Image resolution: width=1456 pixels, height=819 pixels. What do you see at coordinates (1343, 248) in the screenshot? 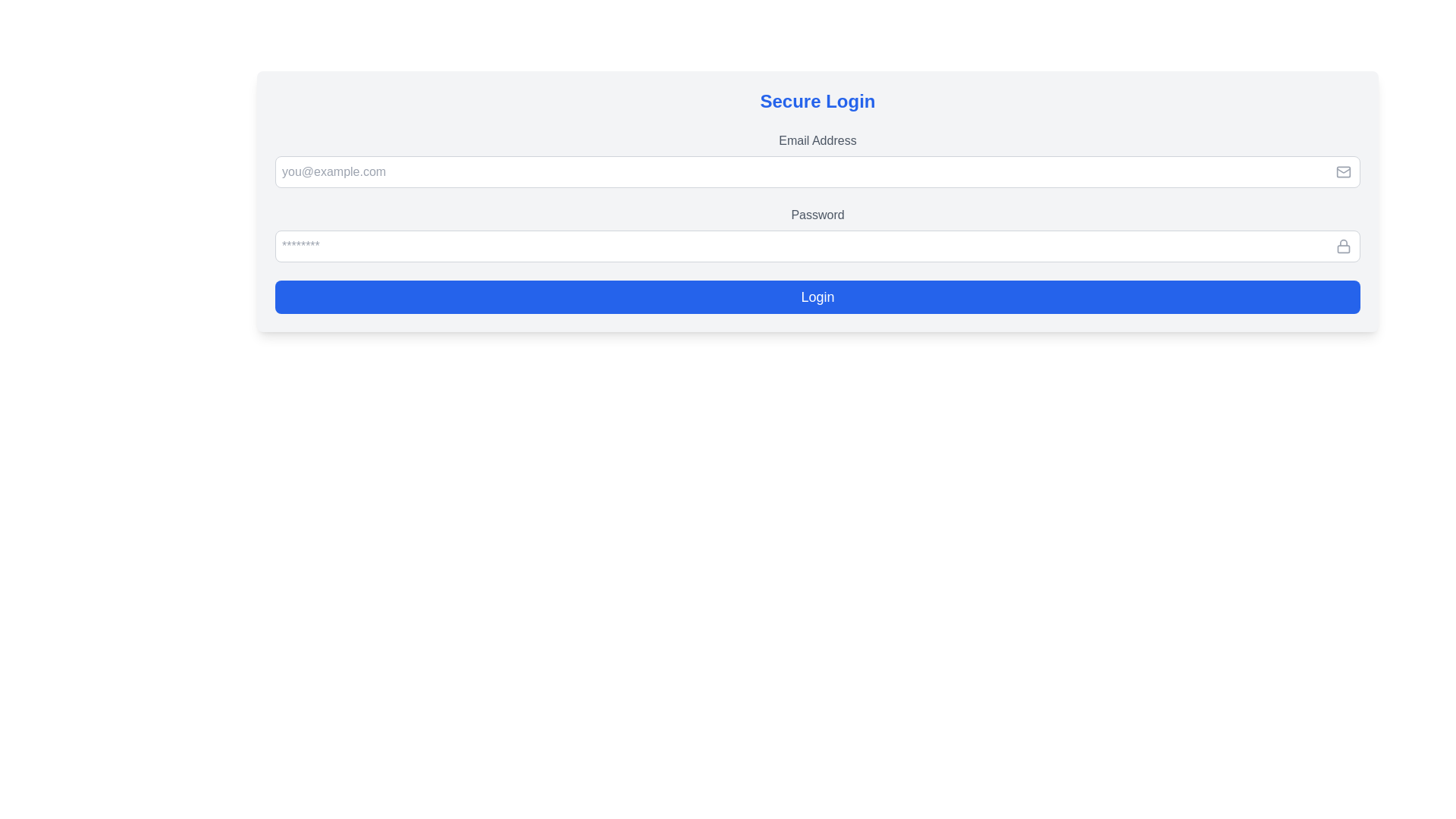
I see `the rectangular body of the lock icon, which visually represents password protection, located towards the right-hand side of the password input field` at bounding box center [1343, 248].